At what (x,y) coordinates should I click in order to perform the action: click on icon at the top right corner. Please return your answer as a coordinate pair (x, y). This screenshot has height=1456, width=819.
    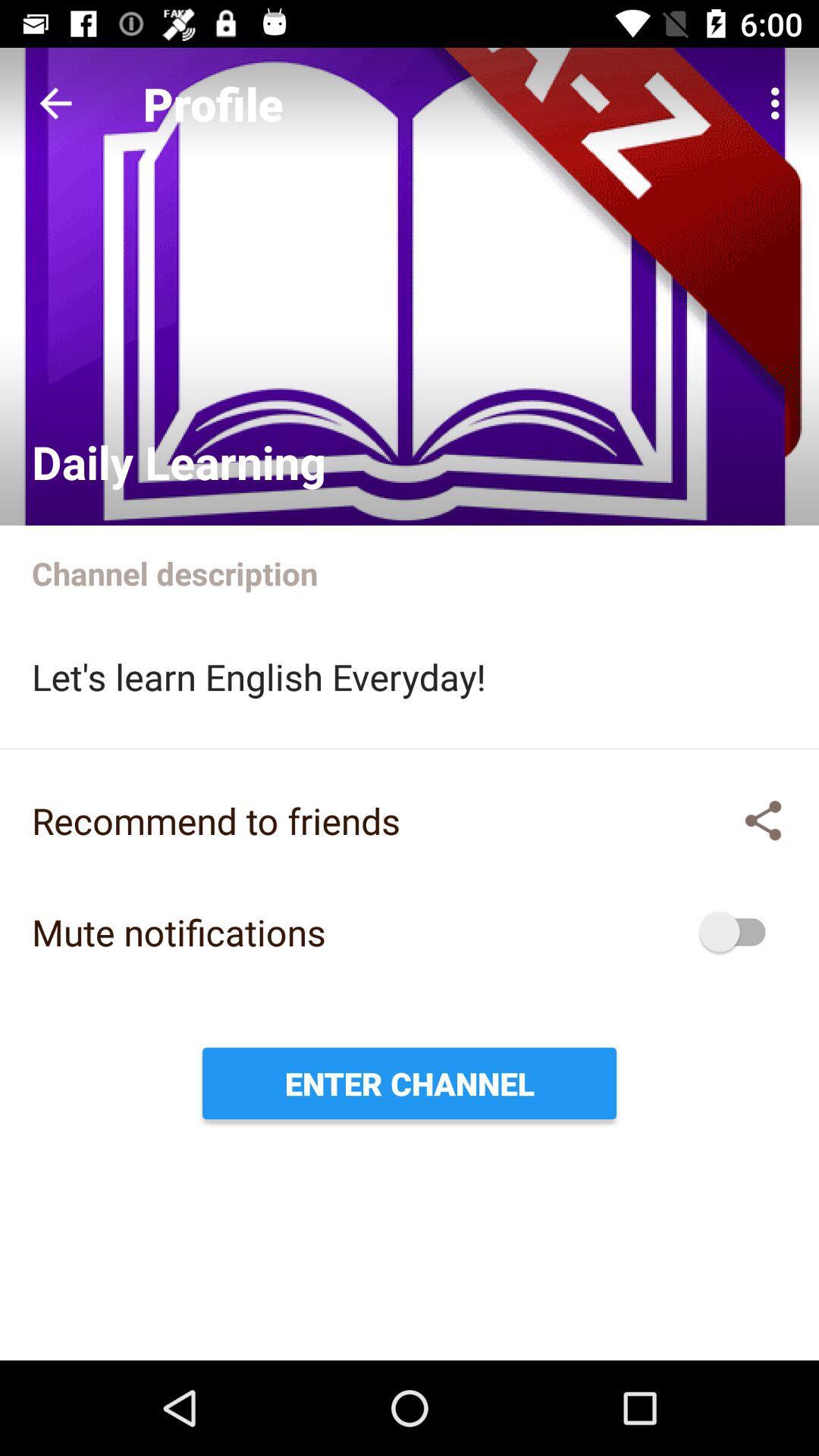
    Looking at the image, I should click on (779, 102).